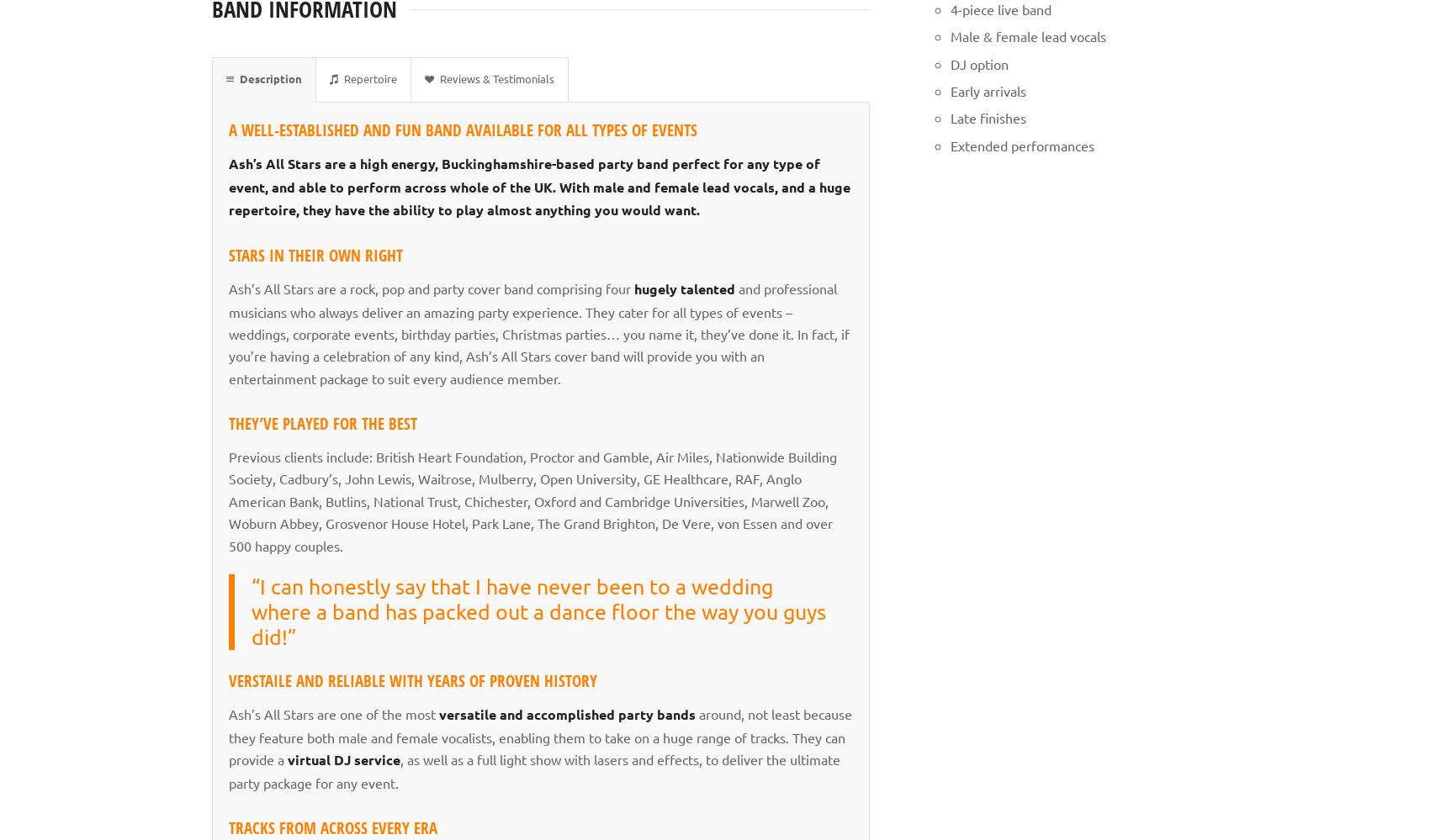 Image resolution: width=1441 pixels, height=840 pixels. Describe the element at coordinates (986, 117) in the screenshot. I see `'Late finishes'` at that location.